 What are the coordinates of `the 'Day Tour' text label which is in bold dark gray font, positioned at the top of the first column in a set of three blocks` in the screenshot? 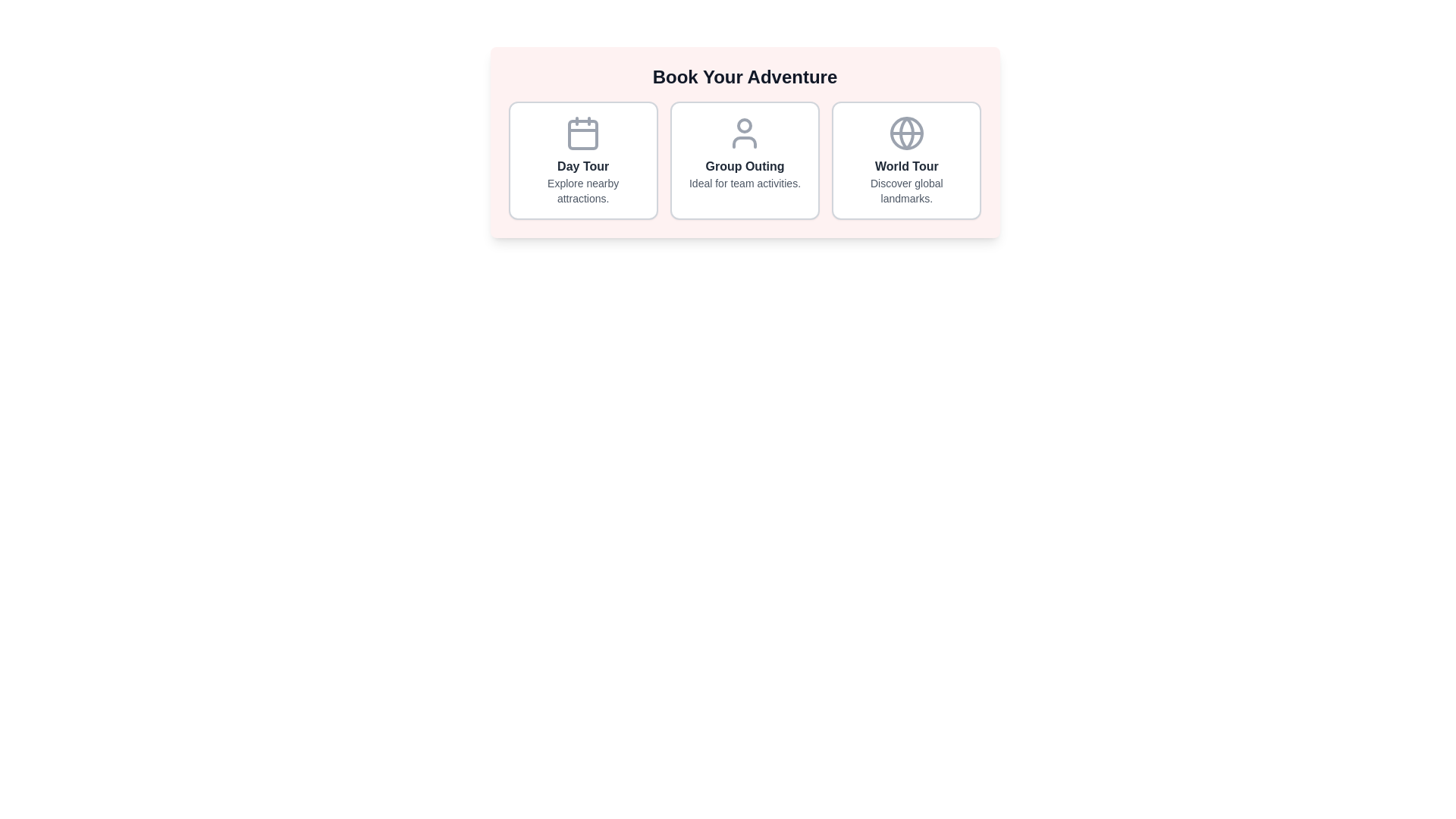 It's located at (582, 166).